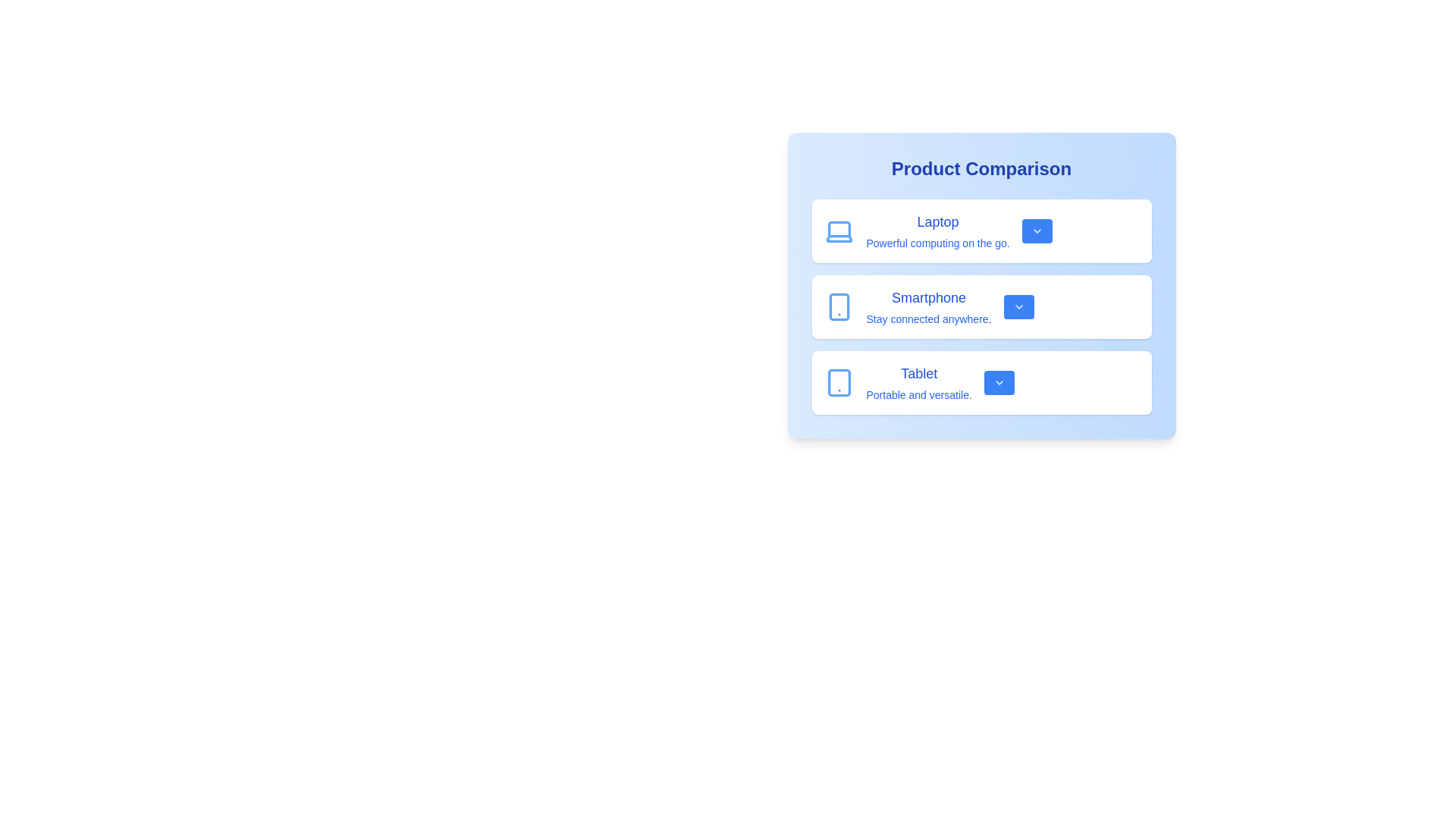 Image resolution: width=1456 pixels, height=819 pixels. Describe the element at coordinates (927, 298) in the screenshot. I see `the product title Smartphone to select it` at that location.